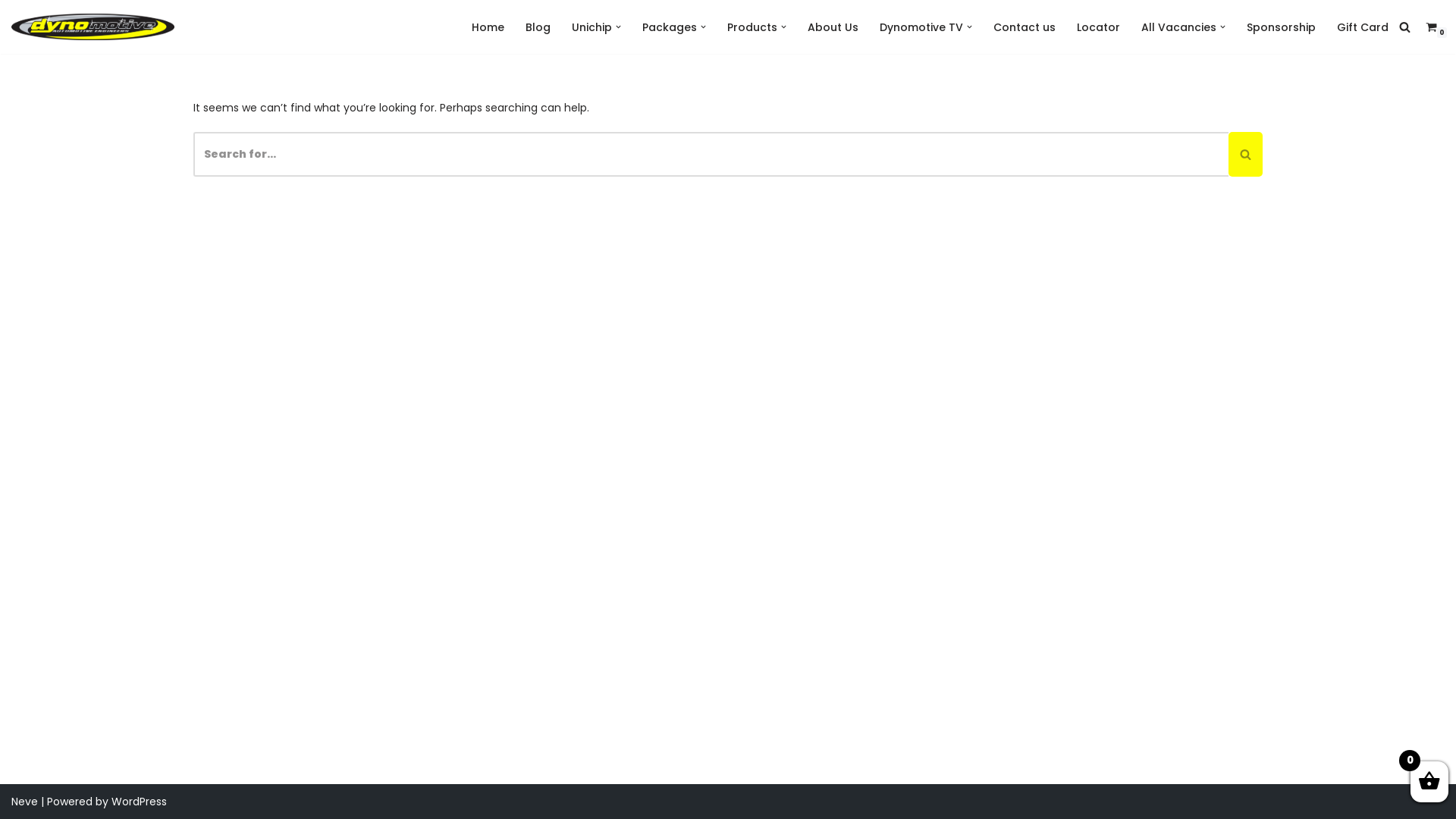 The image size is (1456, 819). Describe the element at coordinates (993, 27) in the screenshot. I see `'Contact us'` at that location.